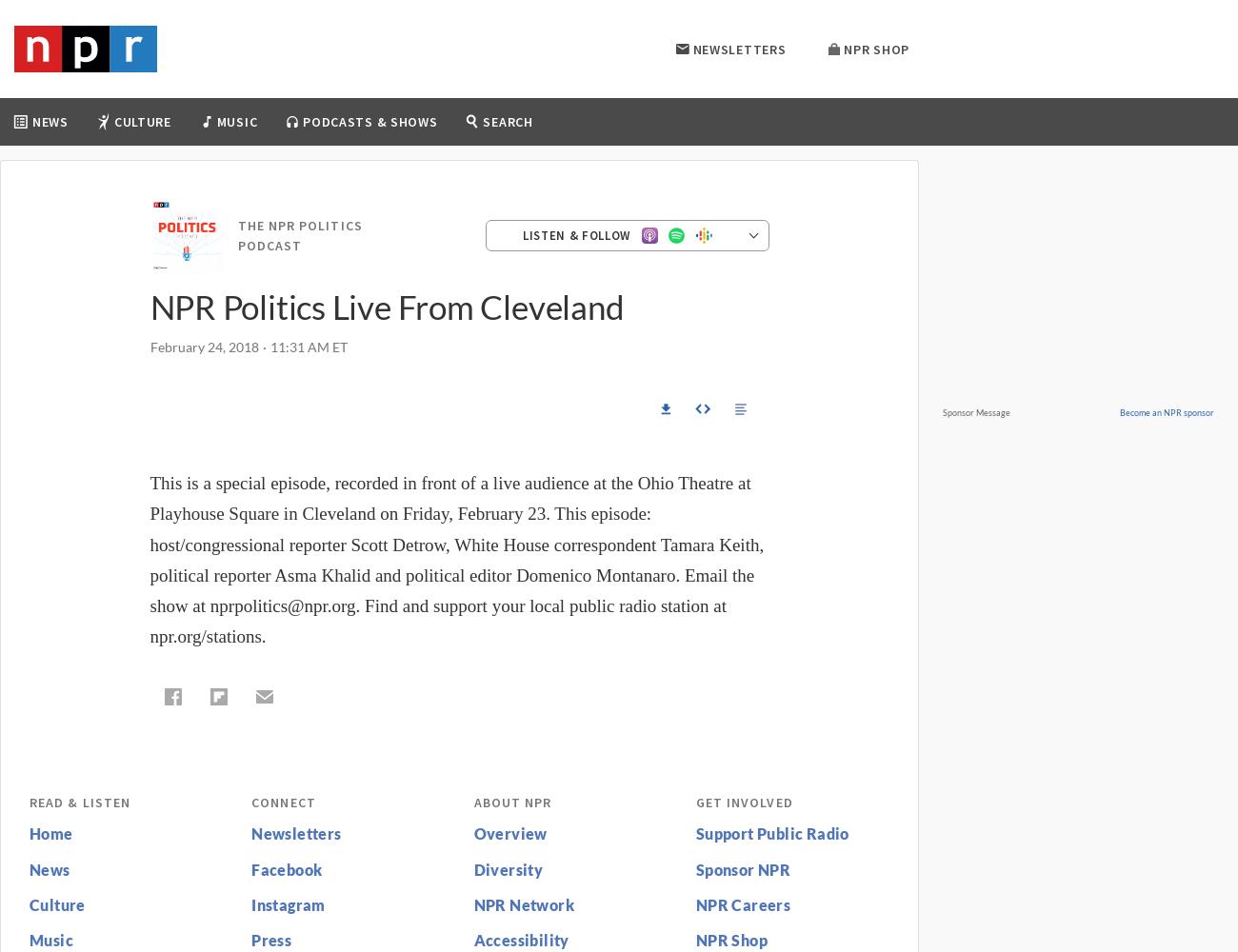 The height and width of the screenshot is (952, 1238). What do you see at coordinates (270, 269) in the screenshot?
I see `'Live Sessions'` at bounding box center [270, 269].